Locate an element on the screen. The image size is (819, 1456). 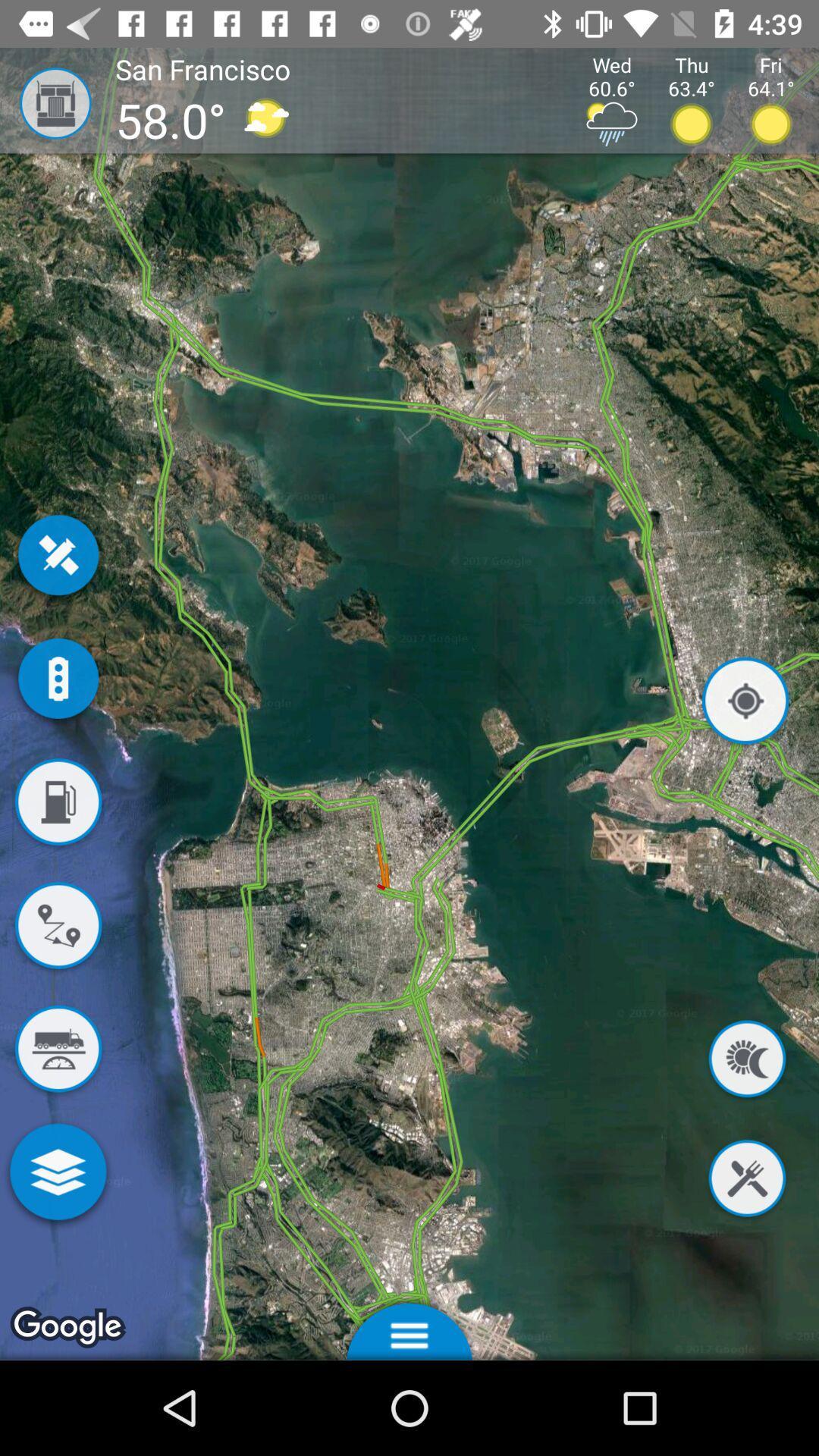
open directions page is located at coordinates (57, 927).